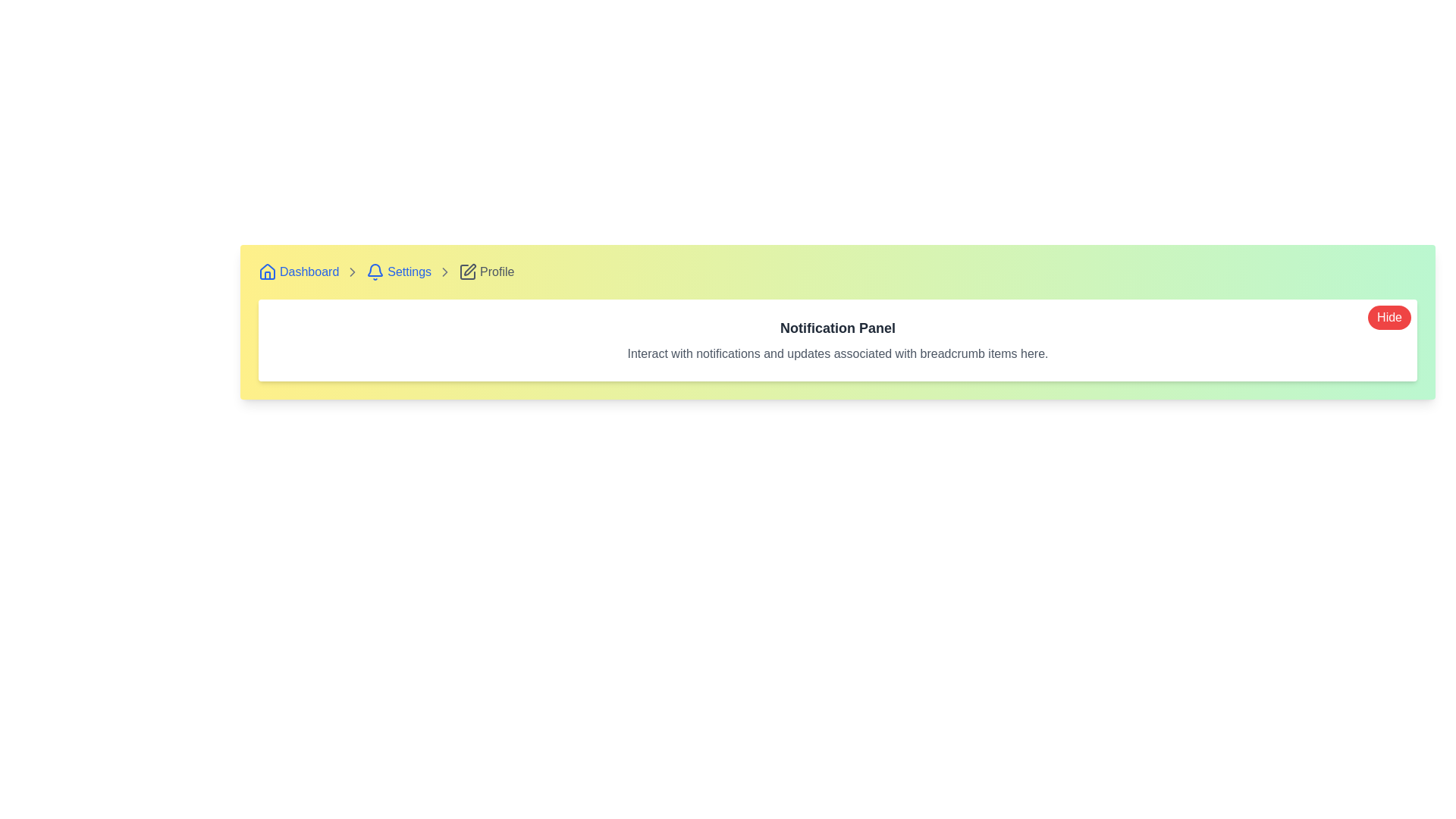 The width and height of the screenshot is (1456, 819). What do you see at coordinates (409, 271) in the screenshot?
I see `the 'Settings' text link` at bounding box center [409, 271].